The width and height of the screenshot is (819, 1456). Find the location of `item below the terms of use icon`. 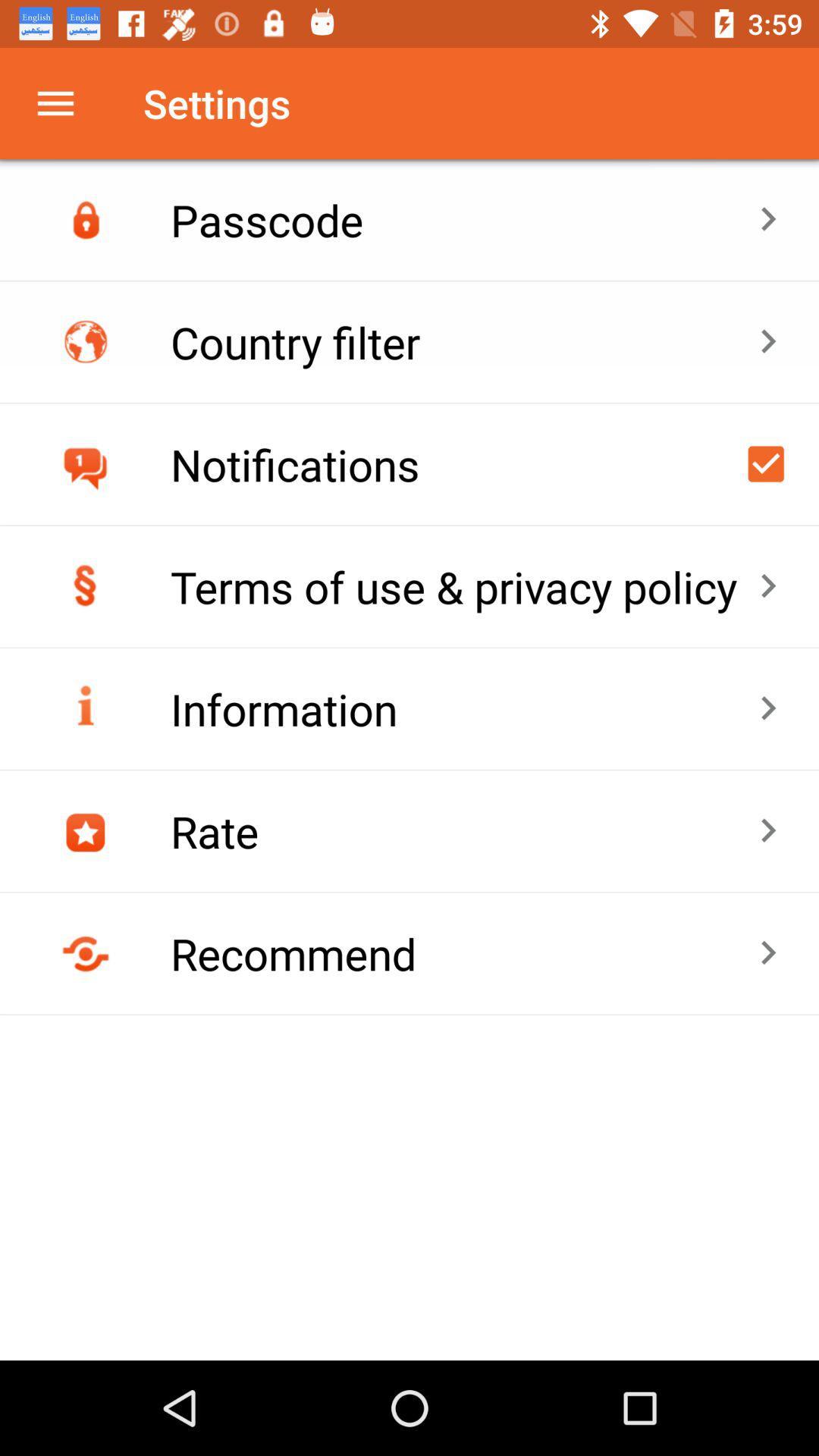

item below the terms of use icon is located at coordinates (463, 708).